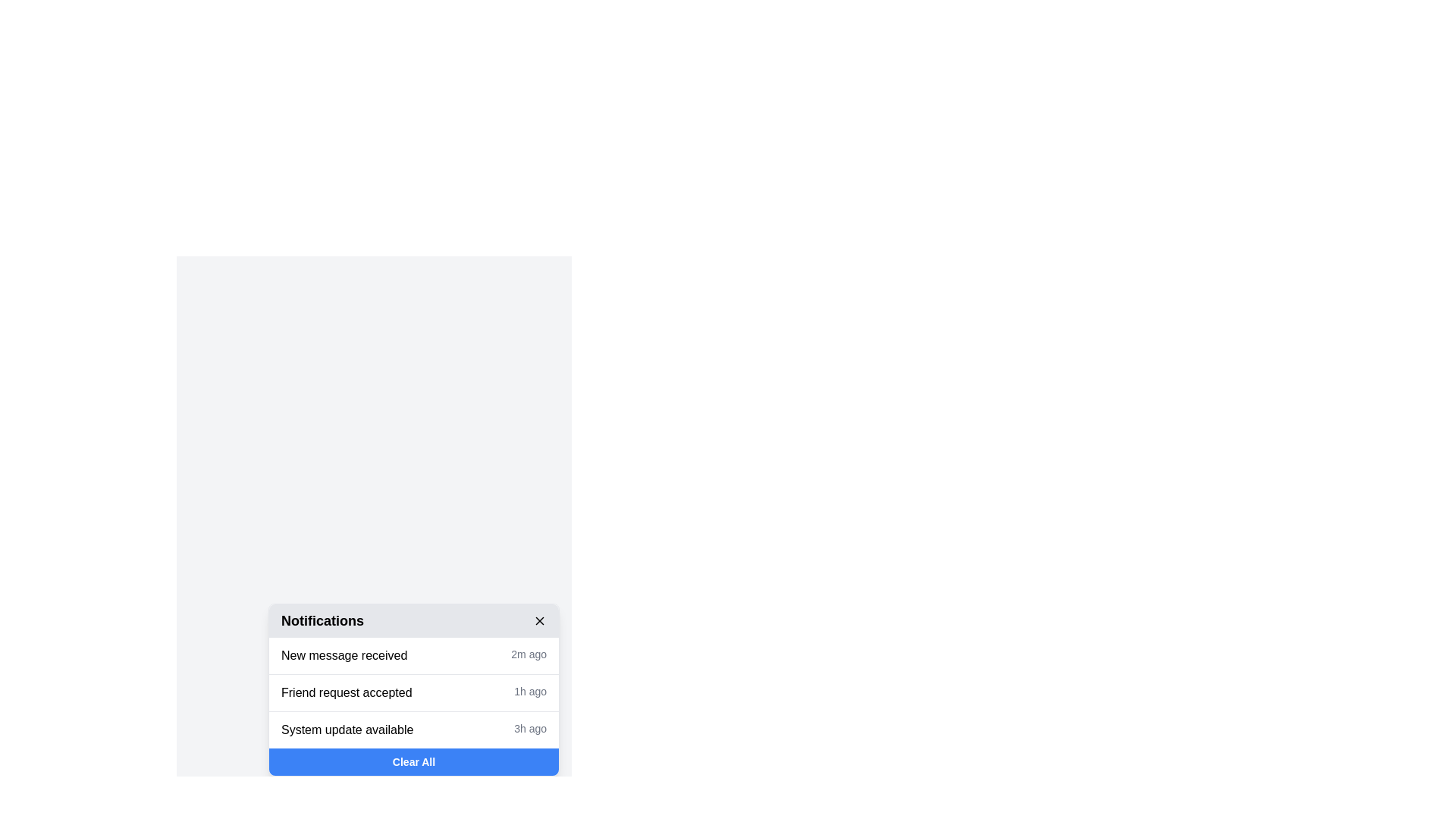 The image size is (1456, 819). Describe the element at coordinates (414, 693) in the screenshot. I see `the notification list item that shows 'Friend request accepted' and is positioned as the second item in the list` at that location.